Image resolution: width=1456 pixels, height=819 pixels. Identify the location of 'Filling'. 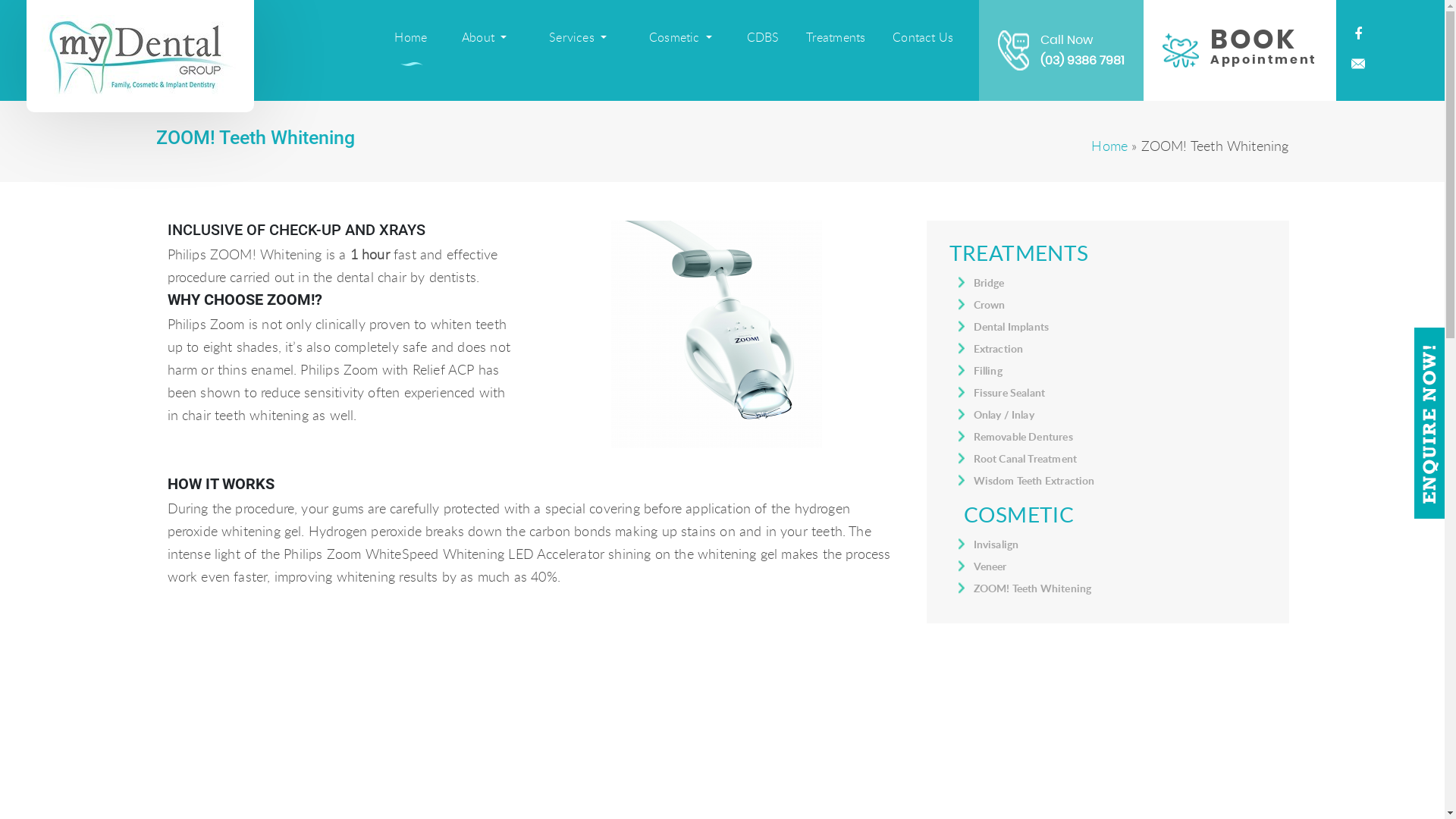
(987, 370).